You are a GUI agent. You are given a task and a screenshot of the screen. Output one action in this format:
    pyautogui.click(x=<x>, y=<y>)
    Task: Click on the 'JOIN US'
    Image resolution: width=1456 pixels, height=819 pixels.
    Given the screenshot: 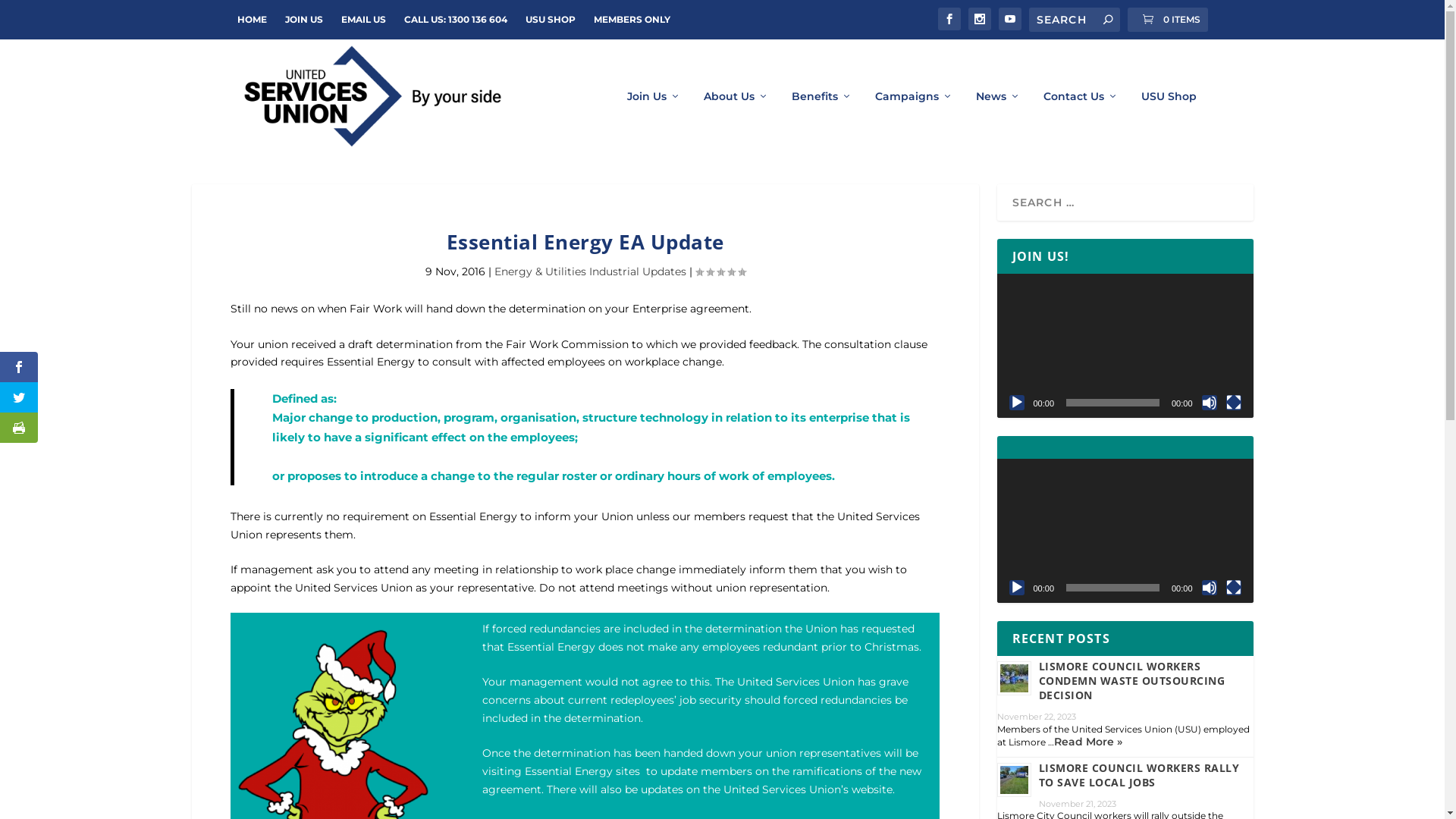 What is the action you would take?
    pyautogui.click(x=303, y=20)
    